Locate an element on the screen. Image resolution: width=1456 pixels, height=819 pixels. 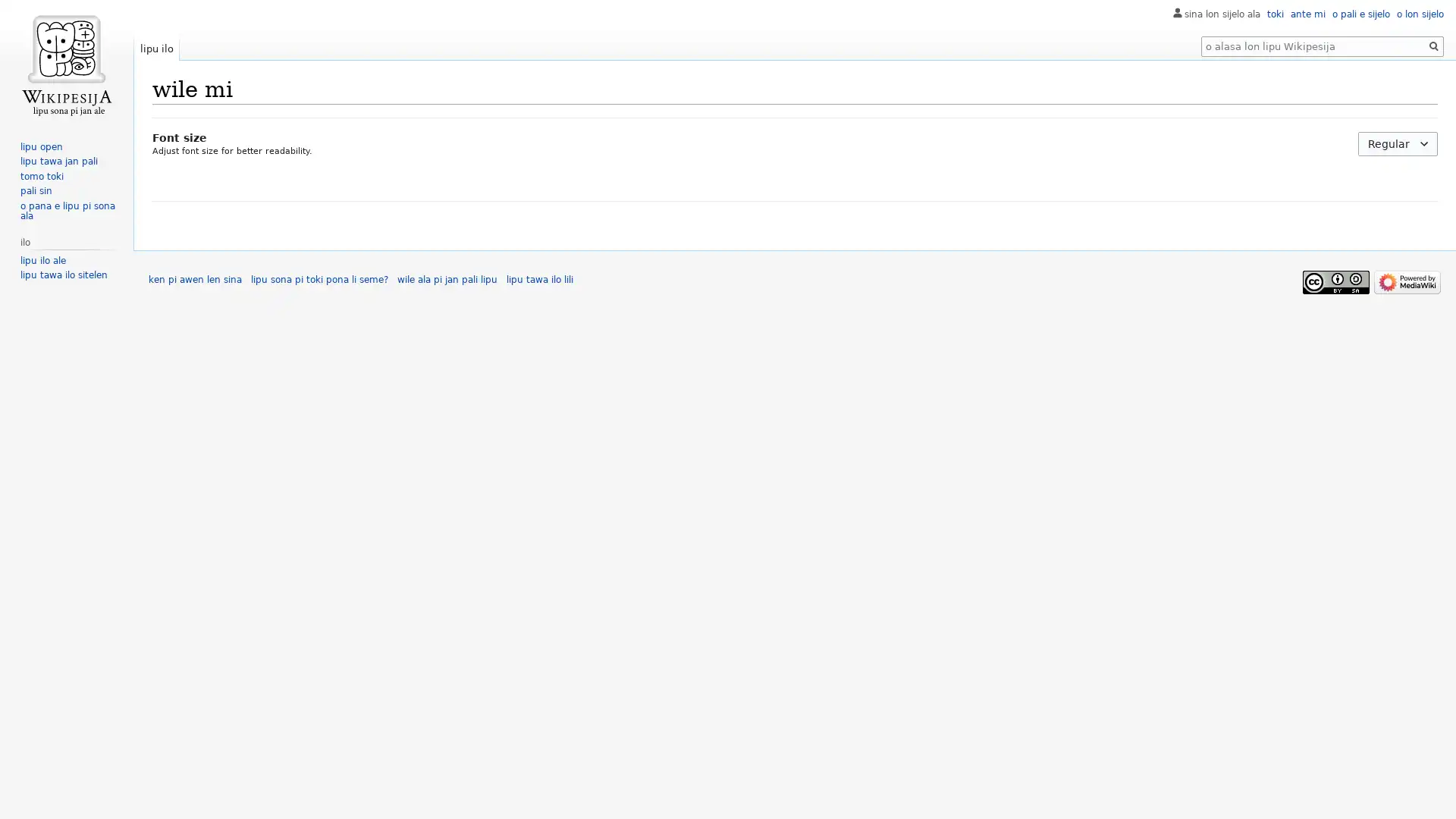
o tawa is located at coordinates (1433, 45).